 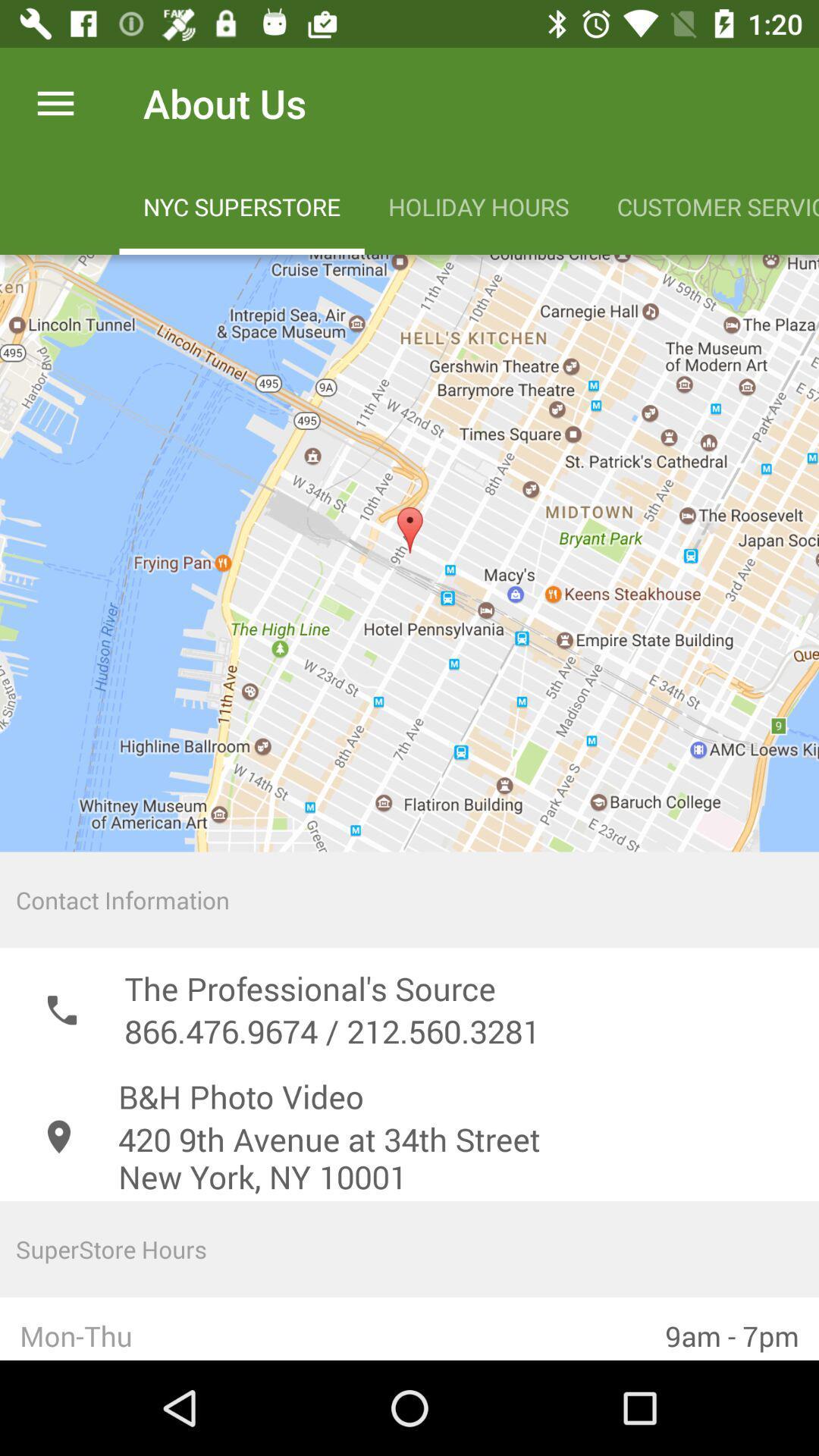 I want to click on the 9am - 7pm item, so click(x=731, y=1328).